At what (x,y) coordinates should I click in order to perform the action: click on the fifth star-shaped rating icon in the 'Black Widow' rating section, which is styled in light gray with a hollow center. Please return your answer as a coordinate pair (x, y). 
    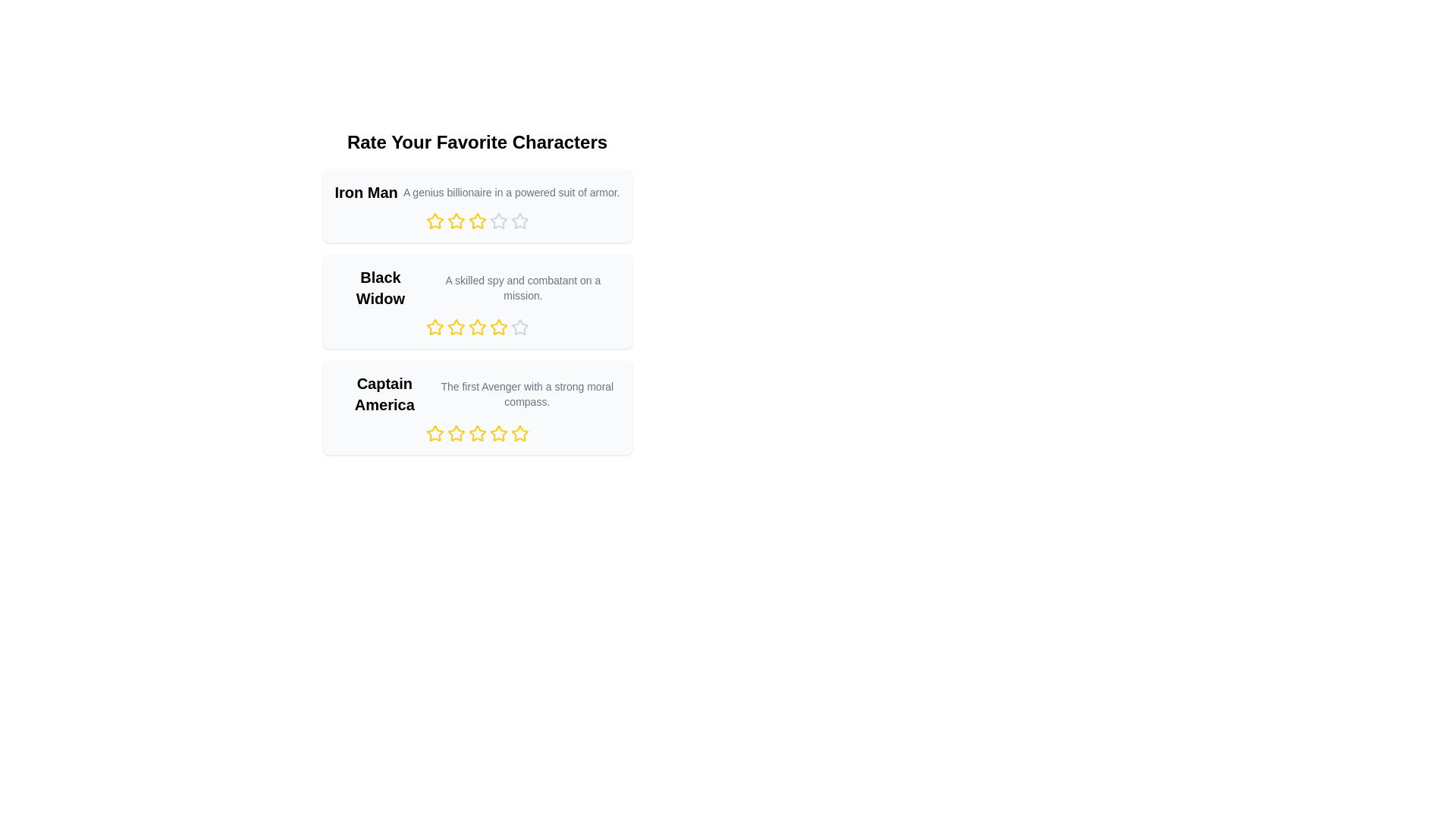
    Looking at the image, I should click on (519, 327).